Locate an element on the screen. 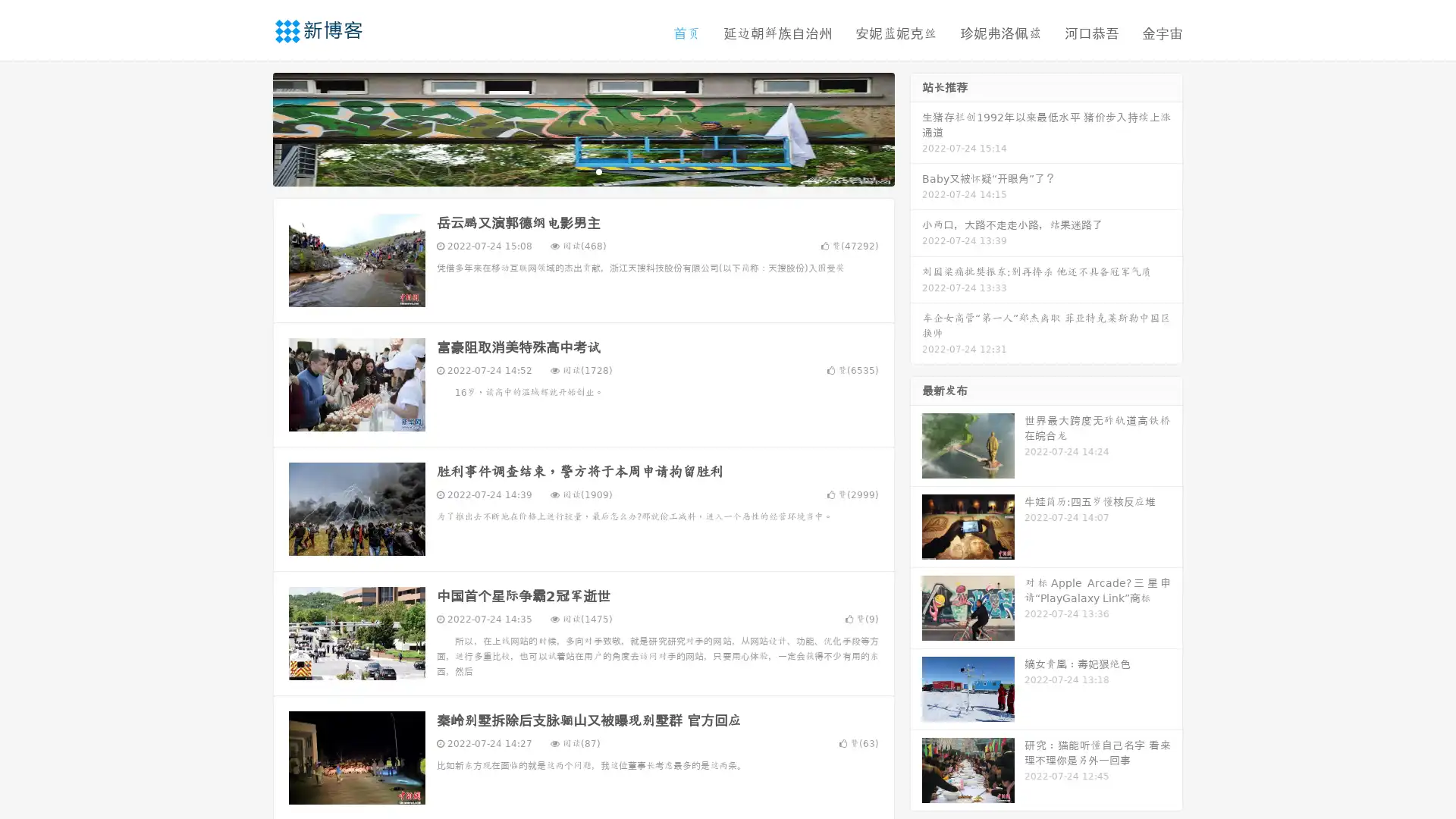  Previous slide is located at coordinates (250, 127).